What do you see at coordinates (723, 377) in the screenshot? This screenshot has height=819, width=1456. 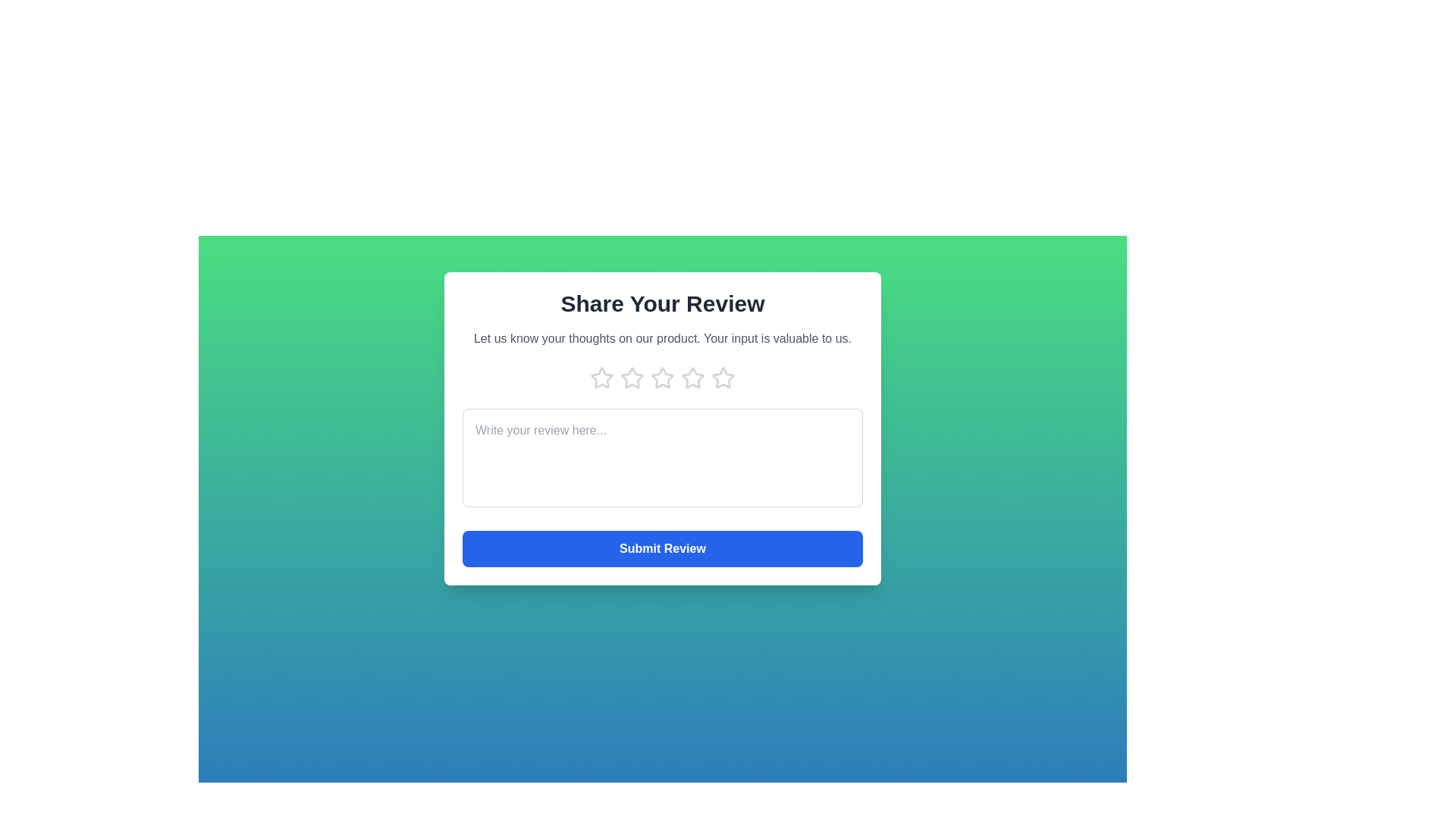 I see `the product rating to 5 stars by clicking on the respective star` at bounding box center [723, 377].